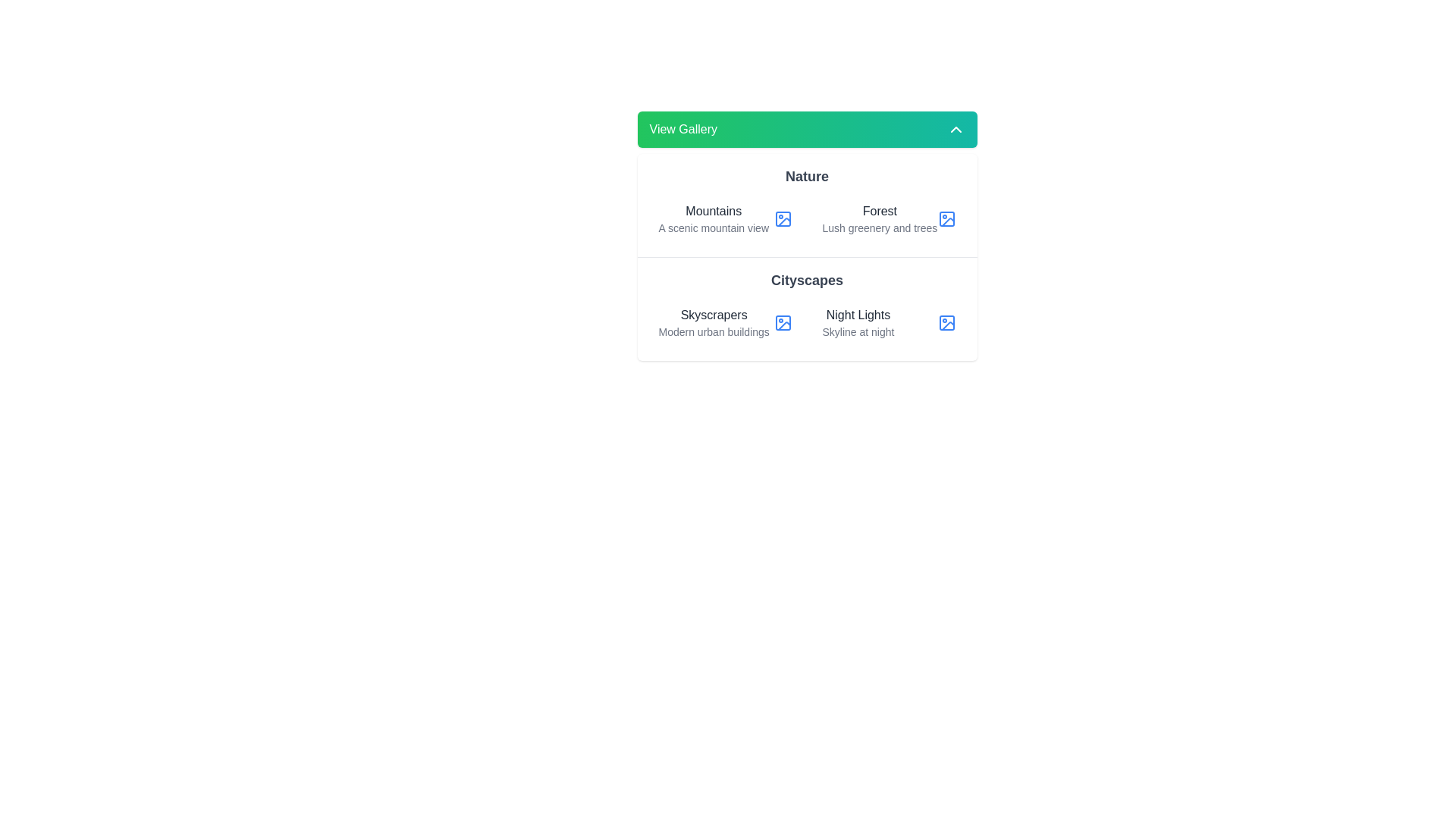 Image resolution: width=1456 pixels, height=819 pixels. I want to click on the icon representing 'Skyscrapers' located in the 'Cityscapes' section, positioned to the right of the text 'Skyscrapers', so click(783, 322).